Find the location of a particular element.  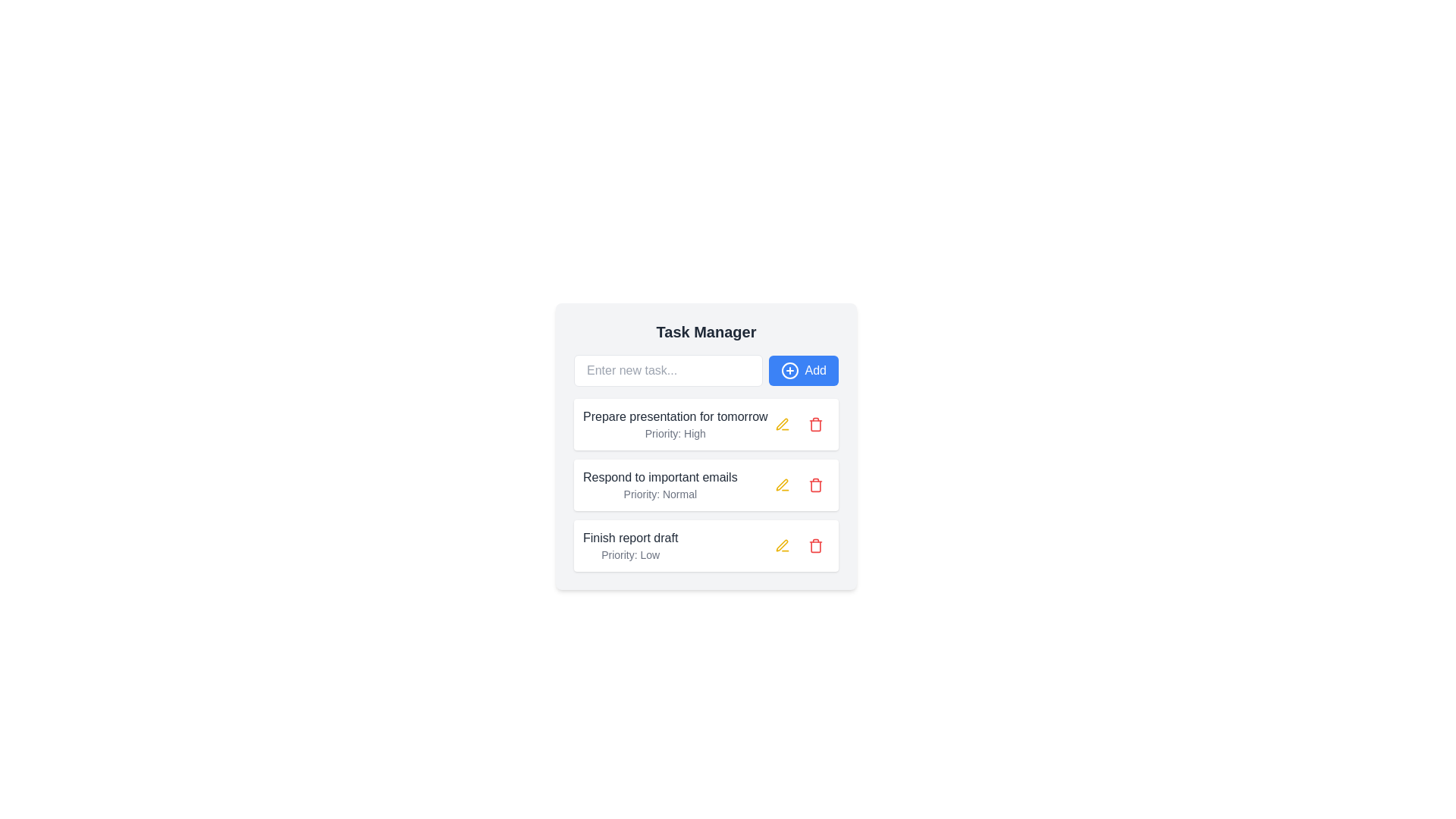

the 'High' priority text label beneath the task item 'Prepare presentation for tomorrow' to provide context about the task's importance is located at coordinates (674, 433).